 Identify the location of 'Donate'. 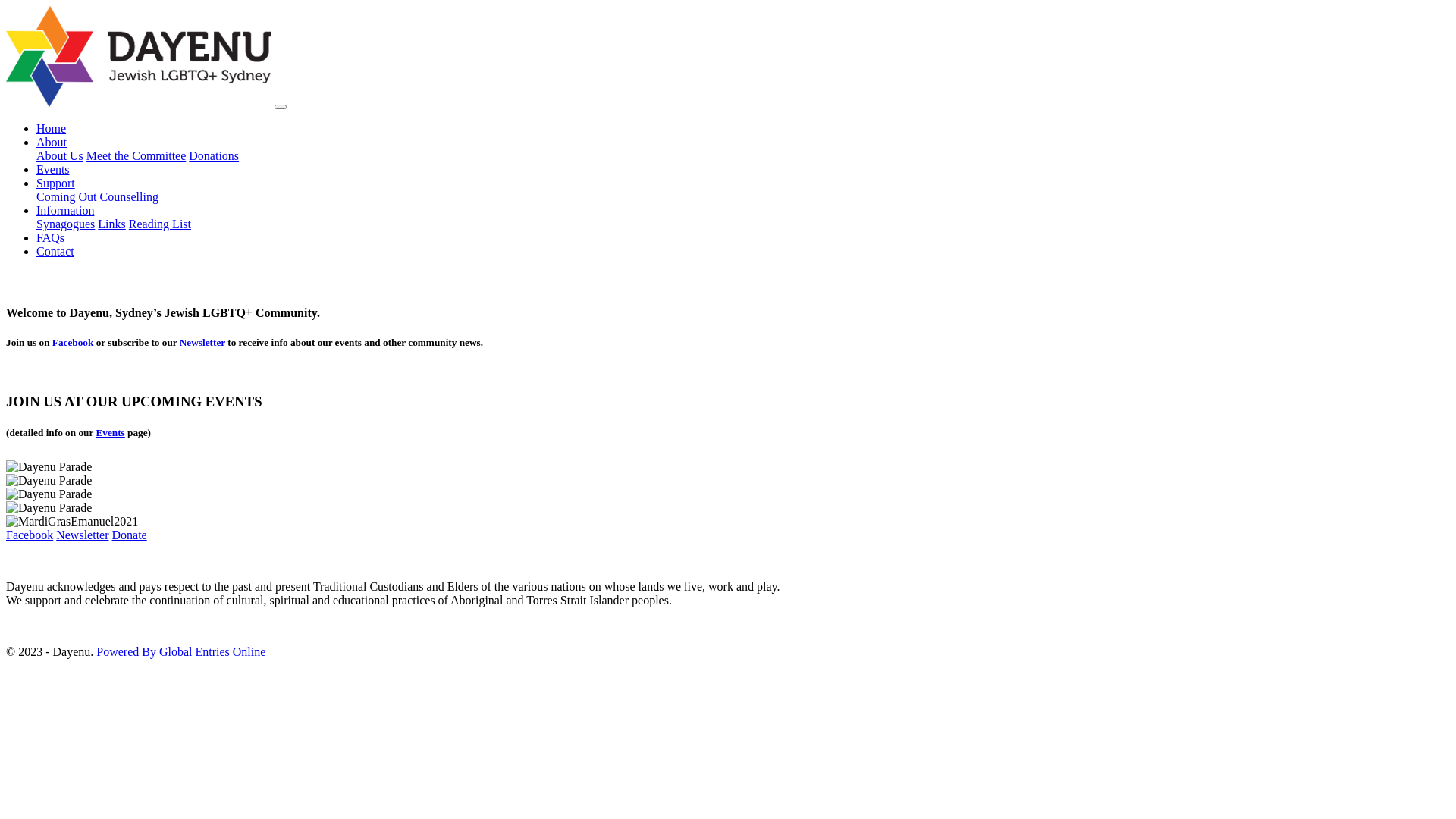
(130, 534).